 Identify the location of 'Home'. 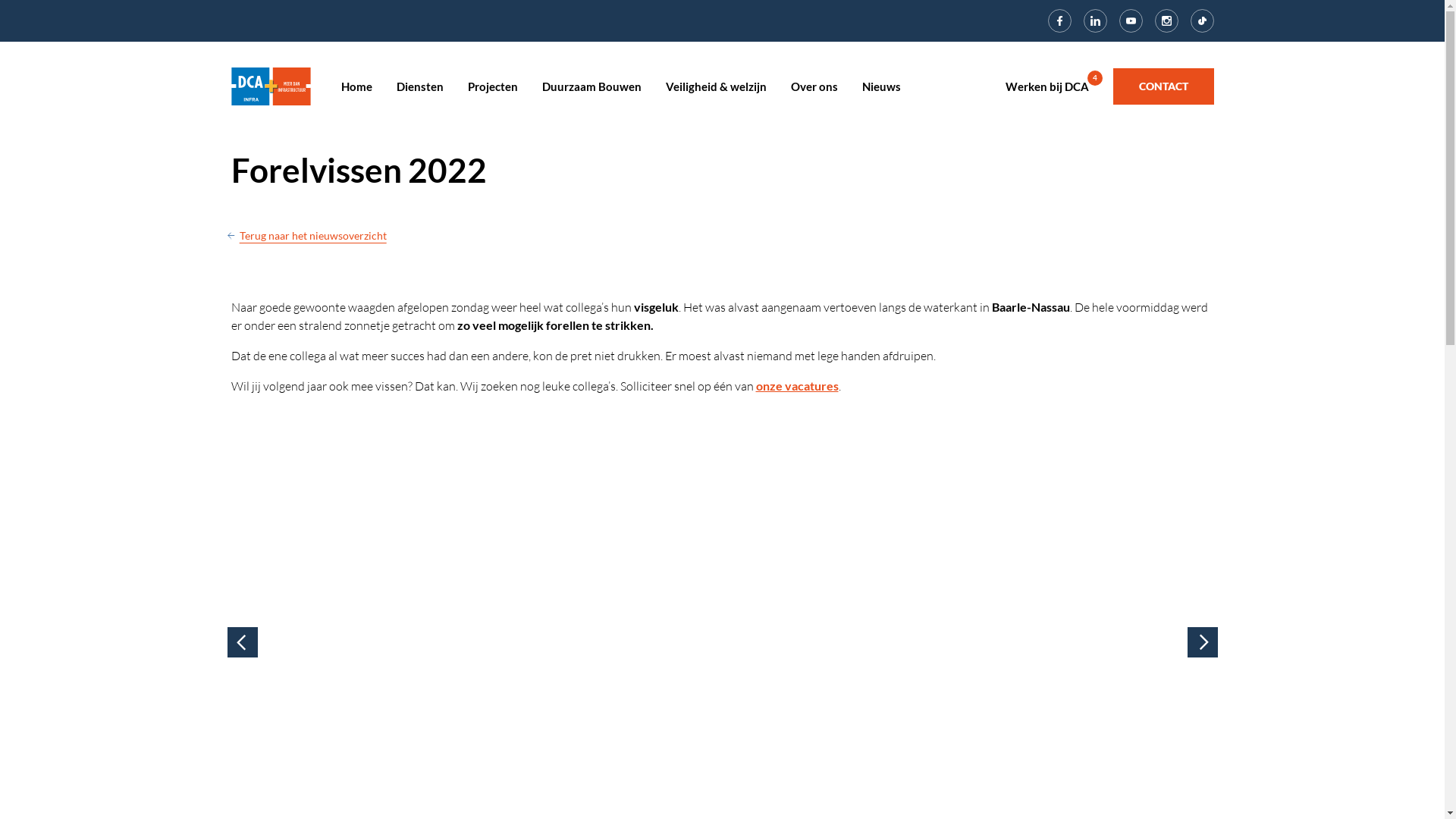
(356, 86).